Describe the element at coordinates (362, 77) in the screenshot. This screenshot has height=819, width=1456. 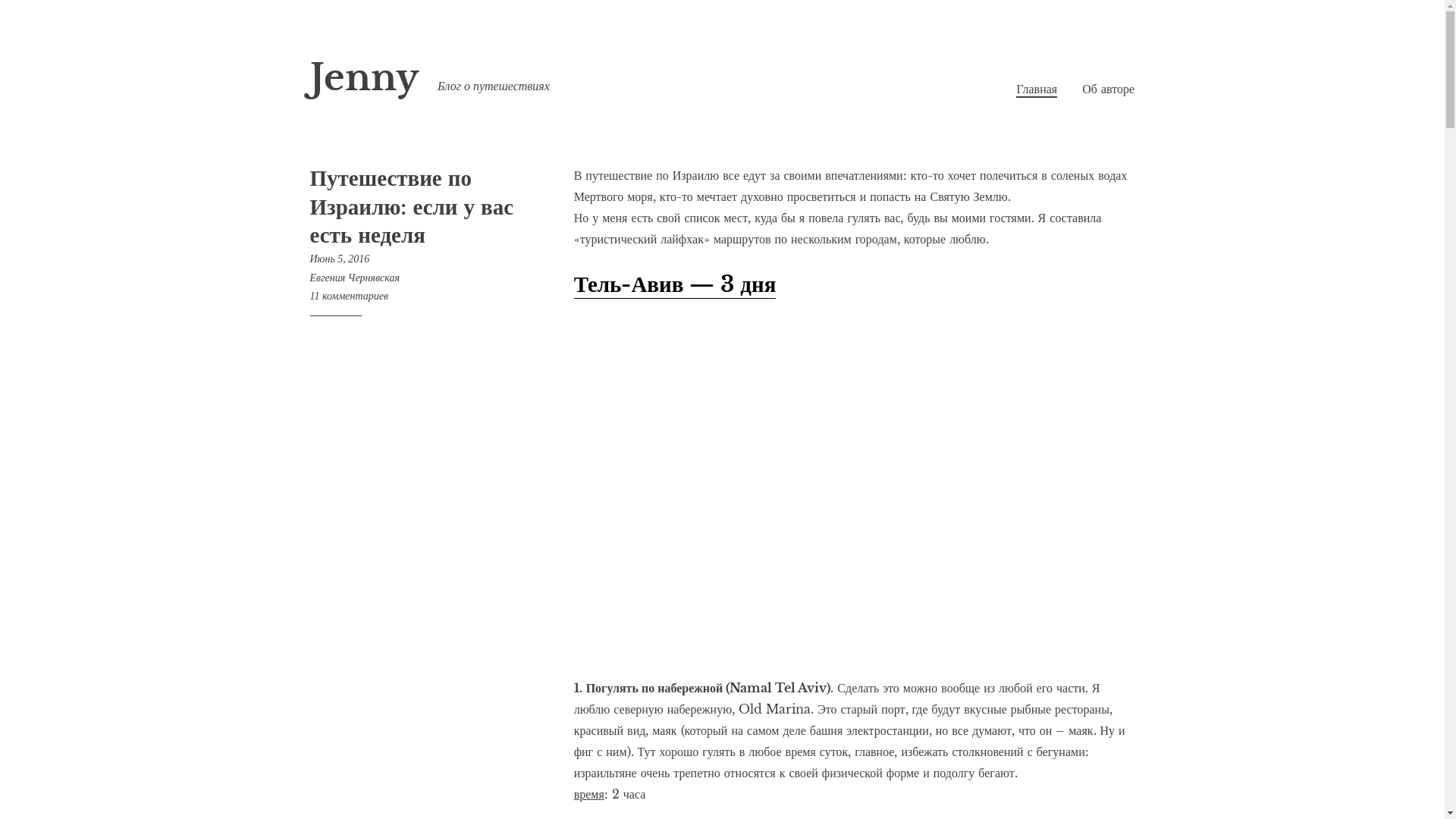
I see `'Jenny'` at that location.